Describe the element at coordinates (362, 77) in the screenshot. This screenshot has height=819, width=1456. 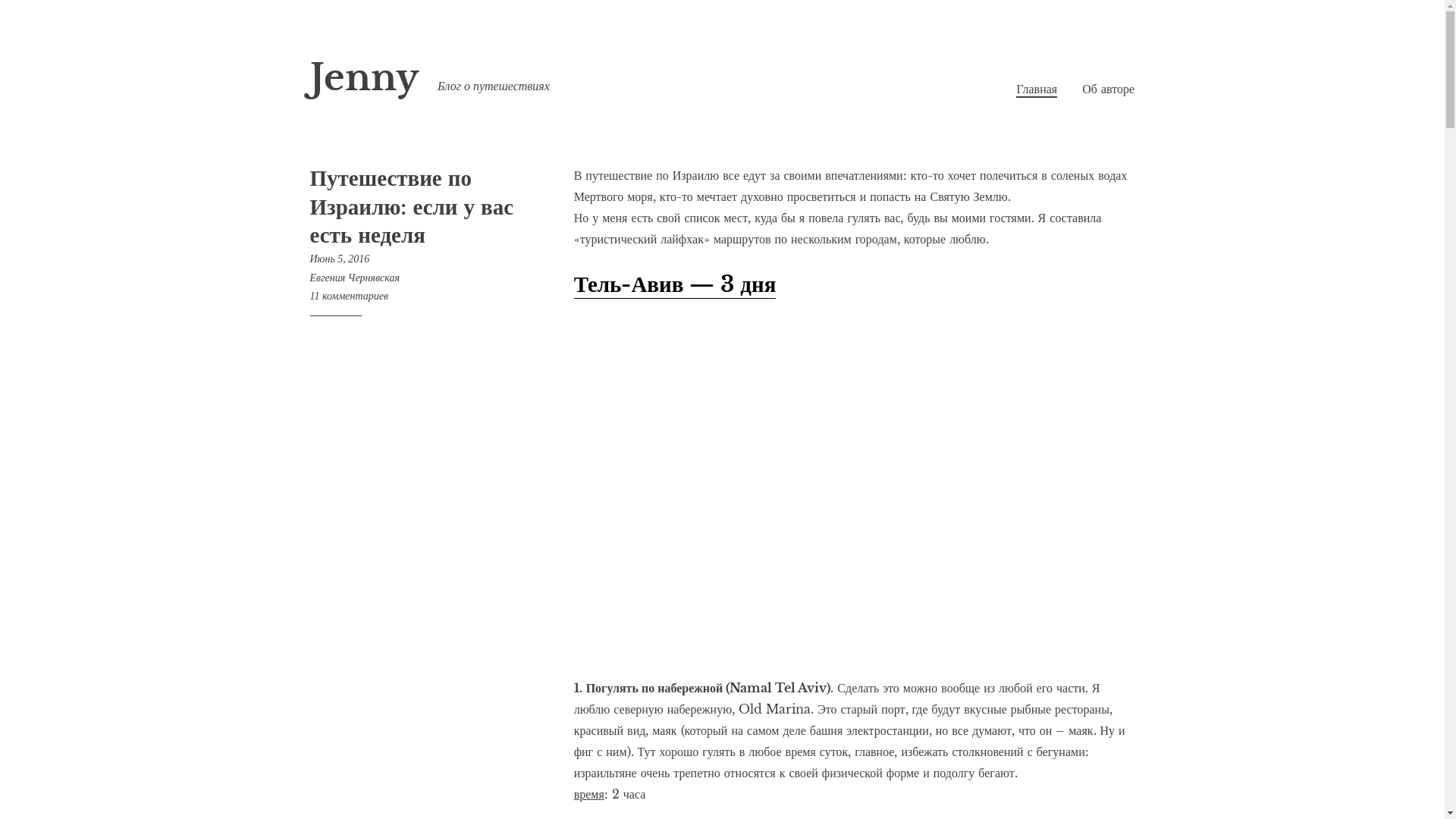
I see `'Jenny'` at that location.